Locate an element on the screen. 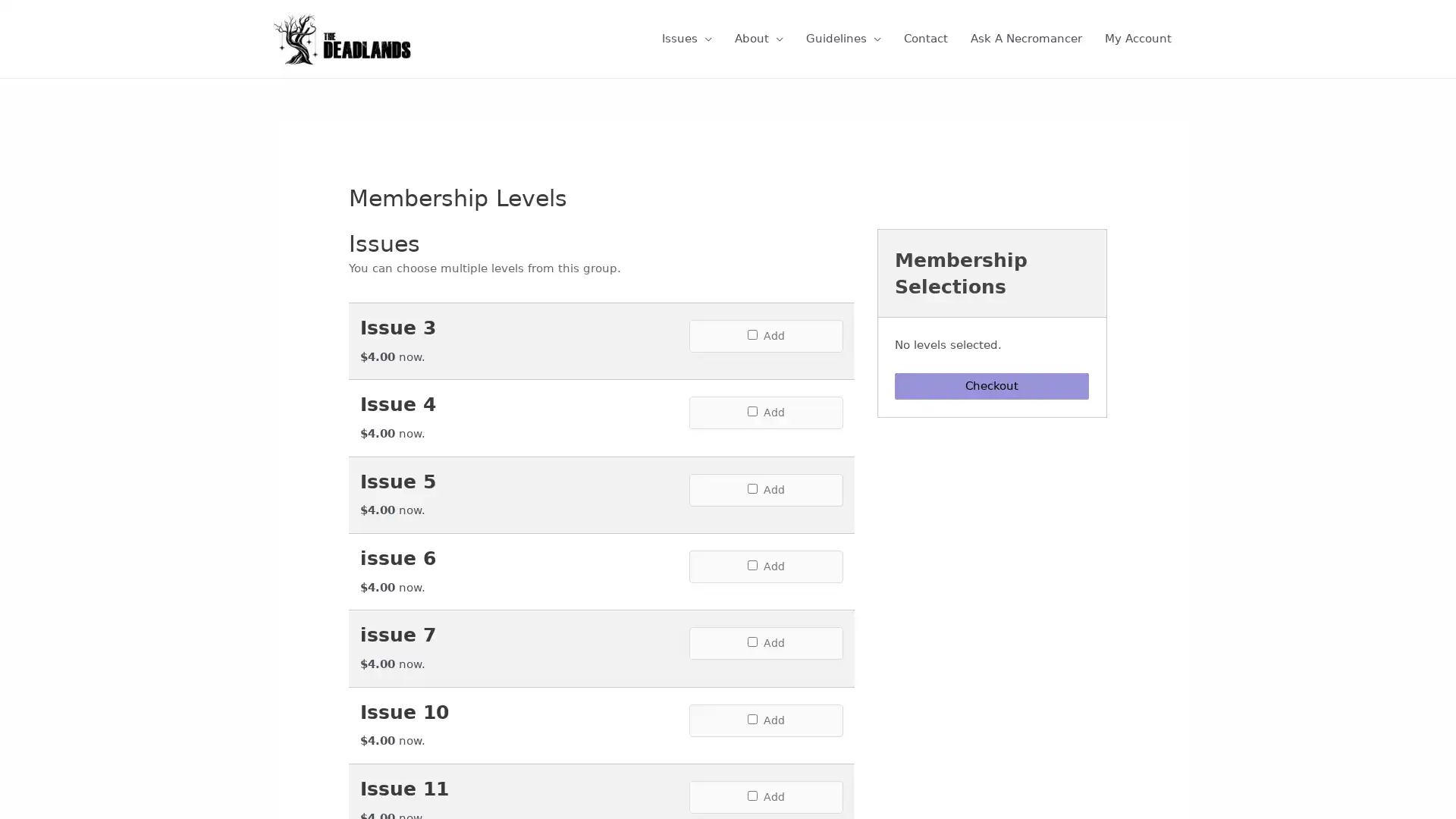 The width and height of the screenshot is (1456, 819). Checkout is located at coordinates (992, 401).